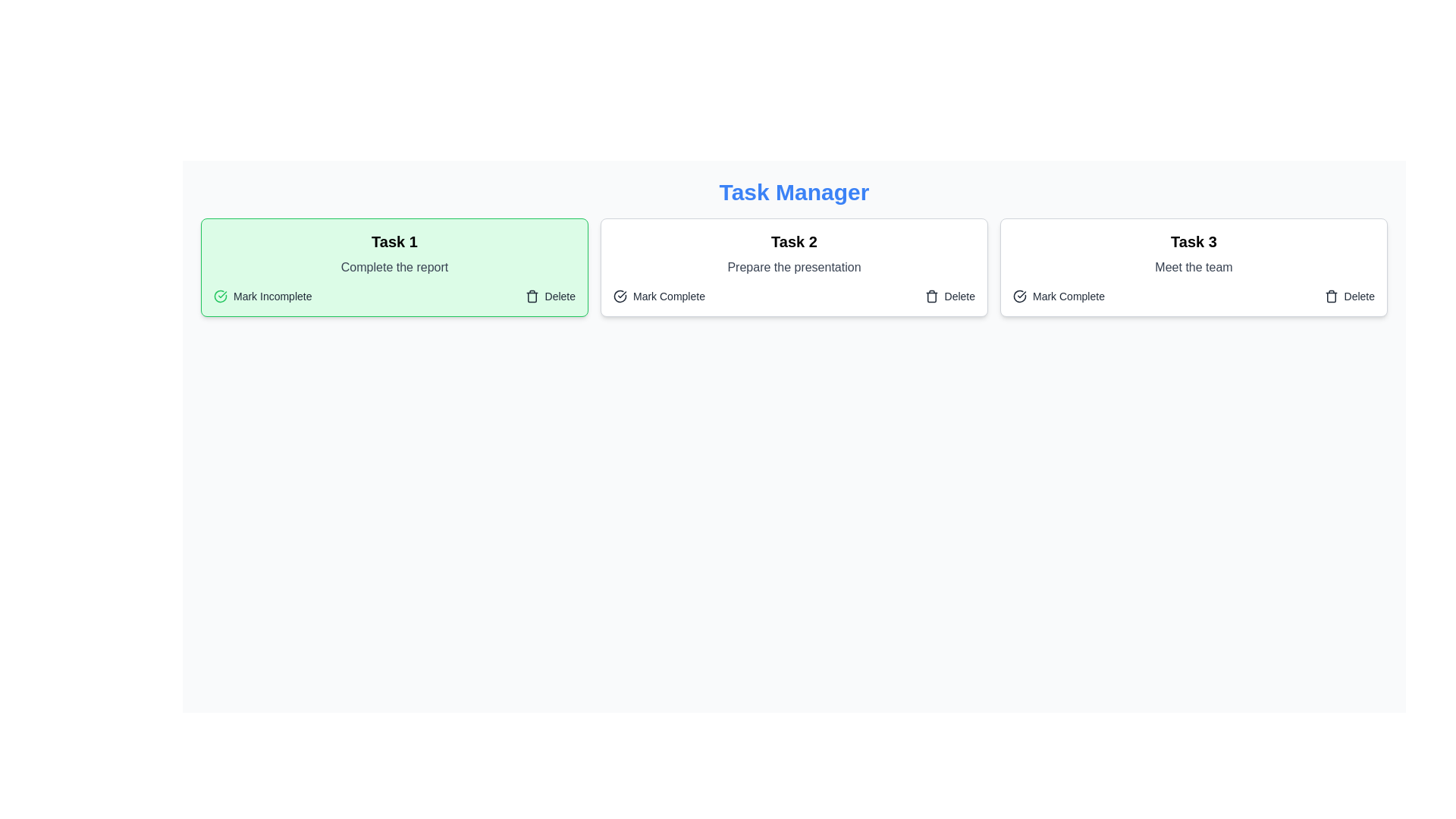 Image resolution: width=1456 pixels, height=819 pixels. Describe the element at coordinates (1330, 297) in the screenshot. I see `the trash-bin icon button in the third task card` at that location.